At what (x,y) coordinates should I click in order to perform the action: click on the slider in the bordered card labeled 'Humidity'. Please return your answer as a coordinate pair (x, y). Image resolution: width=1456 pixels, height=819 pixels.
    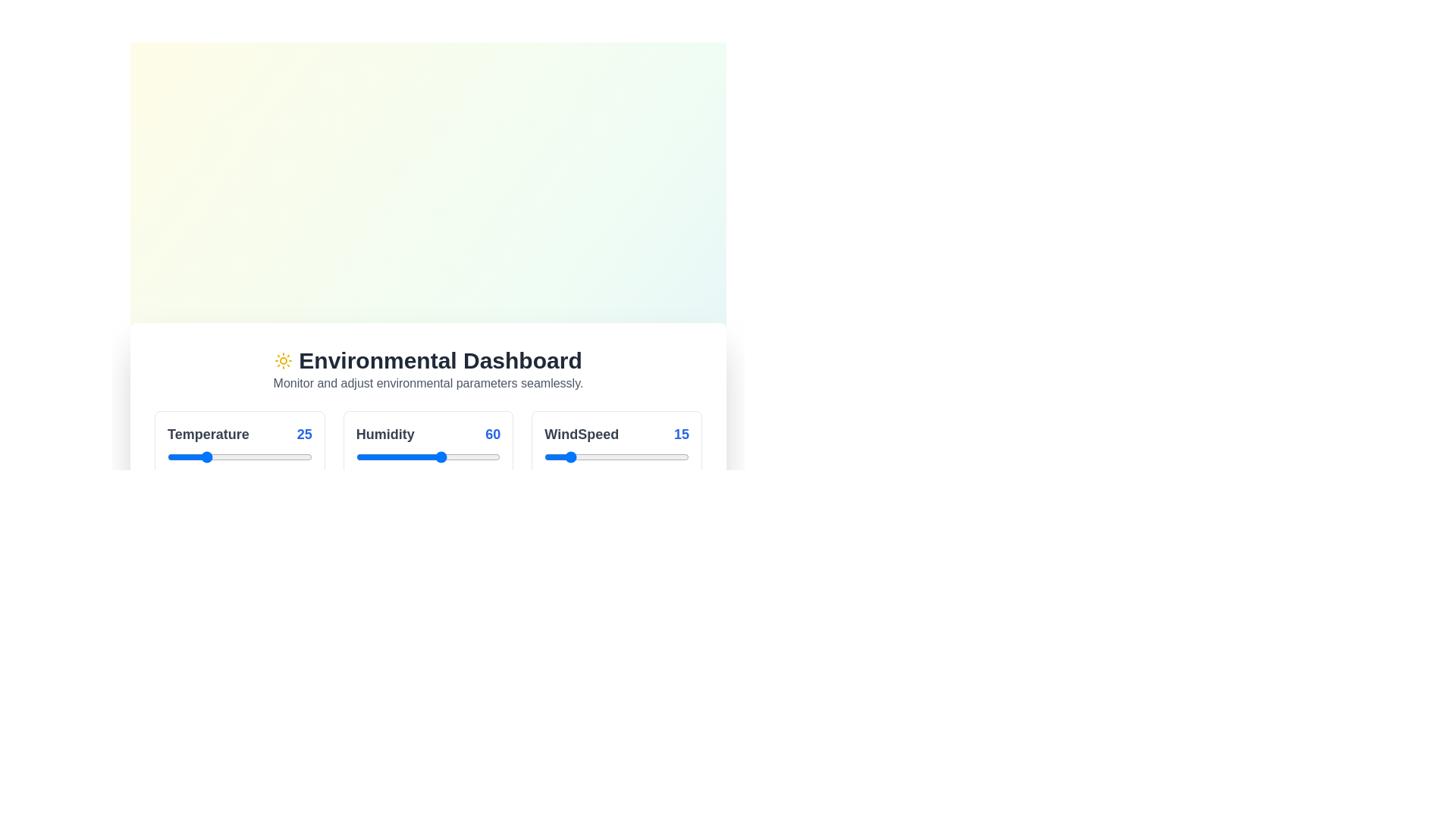
    Looking at the image, I should click on (428, 455).